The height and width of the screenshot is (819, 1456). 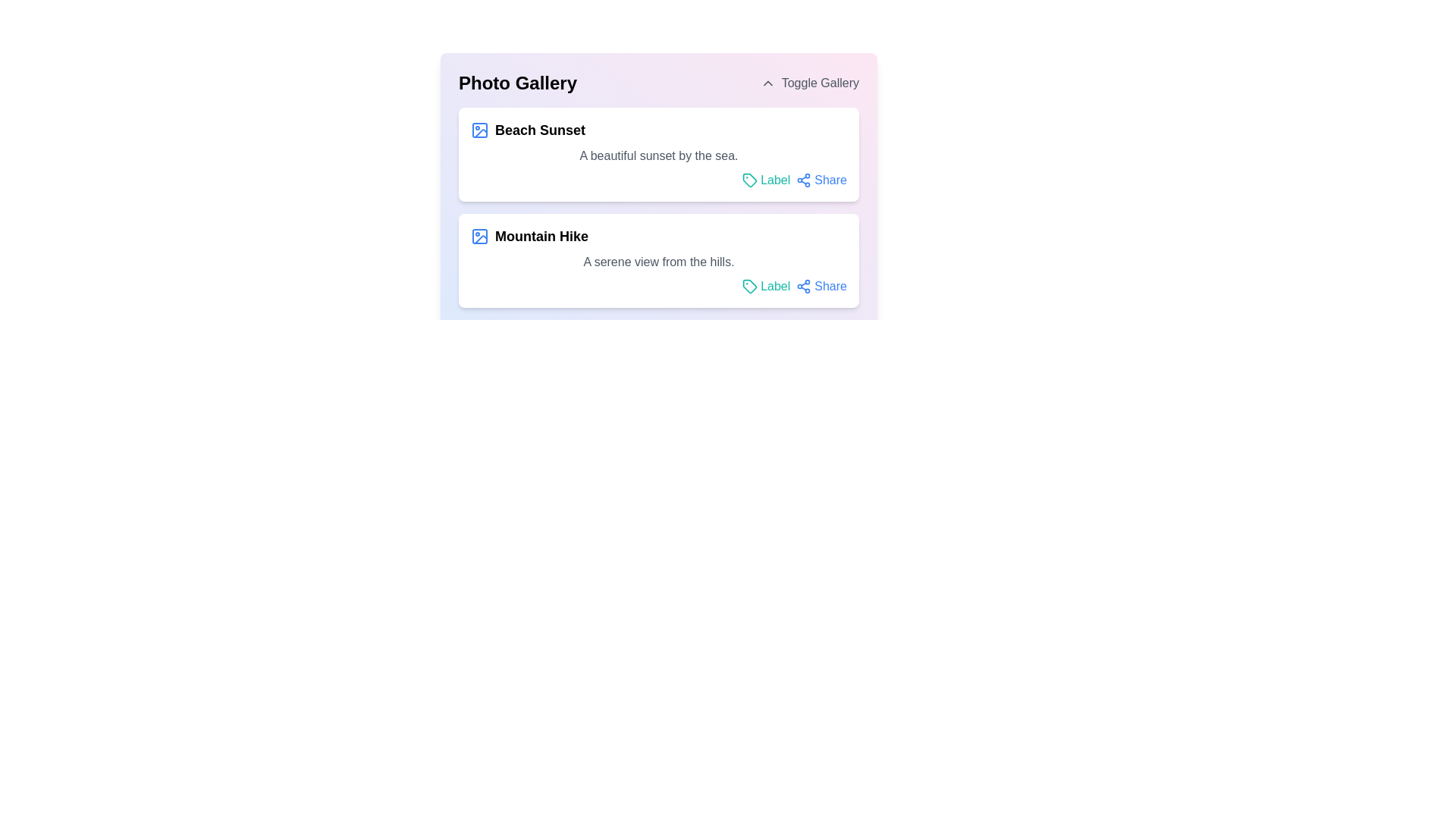 I want to click on the 'Mountain Hike' text header with icon for reading, so click(x=658, y=237).